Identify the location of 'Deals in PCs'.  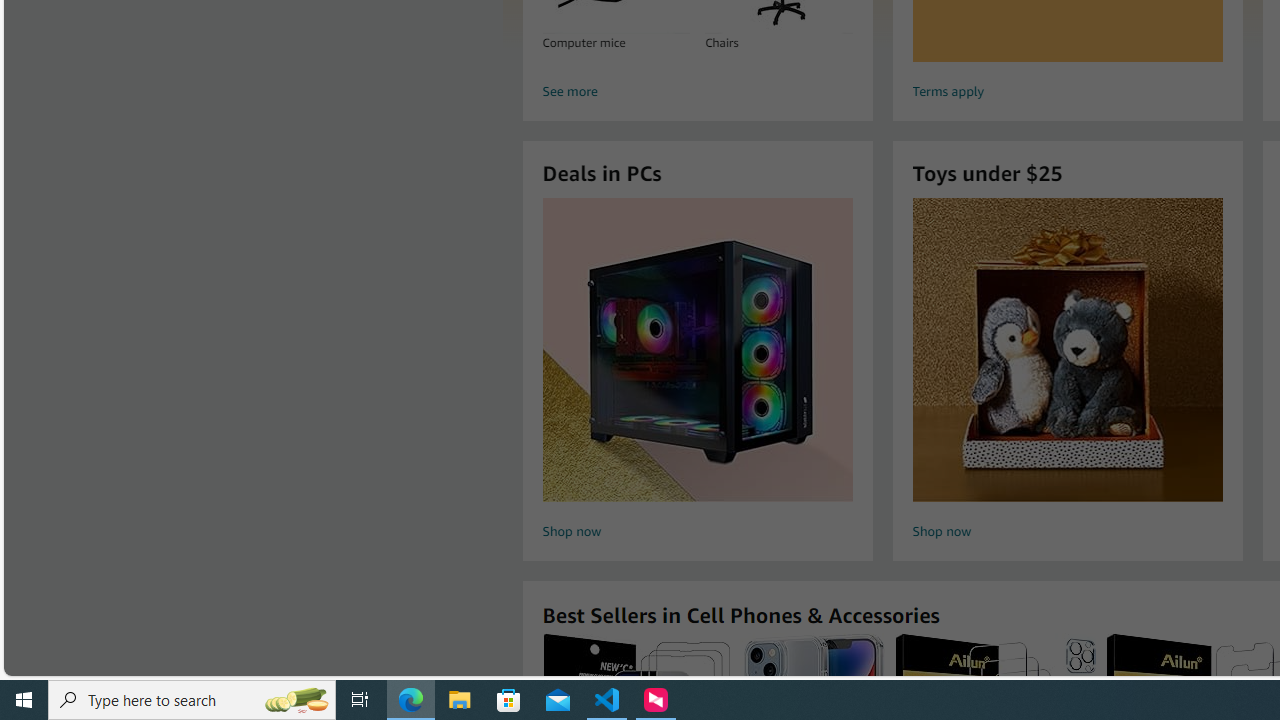
(697, 348).